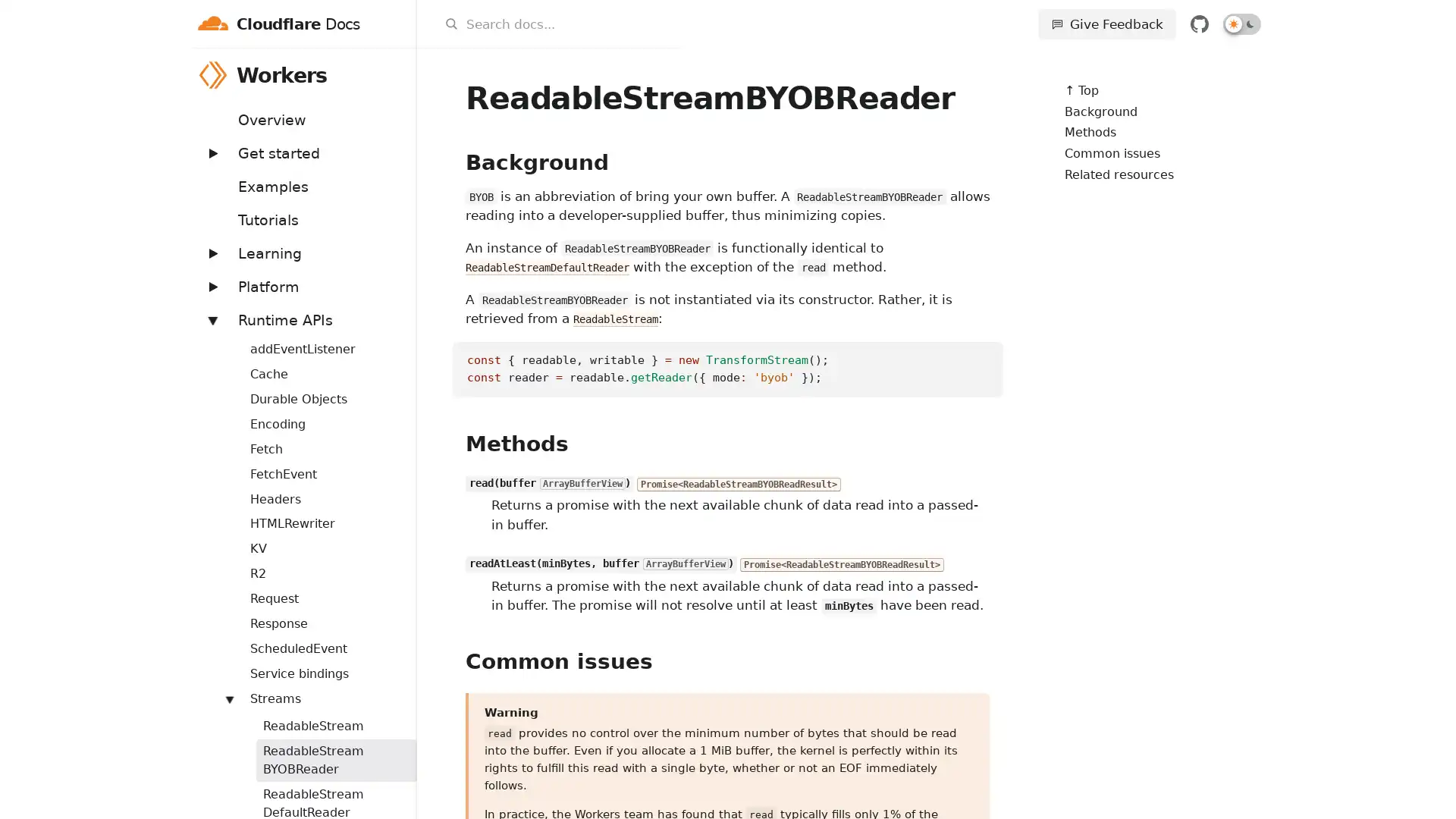  I want to click on Expand: Get started, so click(211, 152).